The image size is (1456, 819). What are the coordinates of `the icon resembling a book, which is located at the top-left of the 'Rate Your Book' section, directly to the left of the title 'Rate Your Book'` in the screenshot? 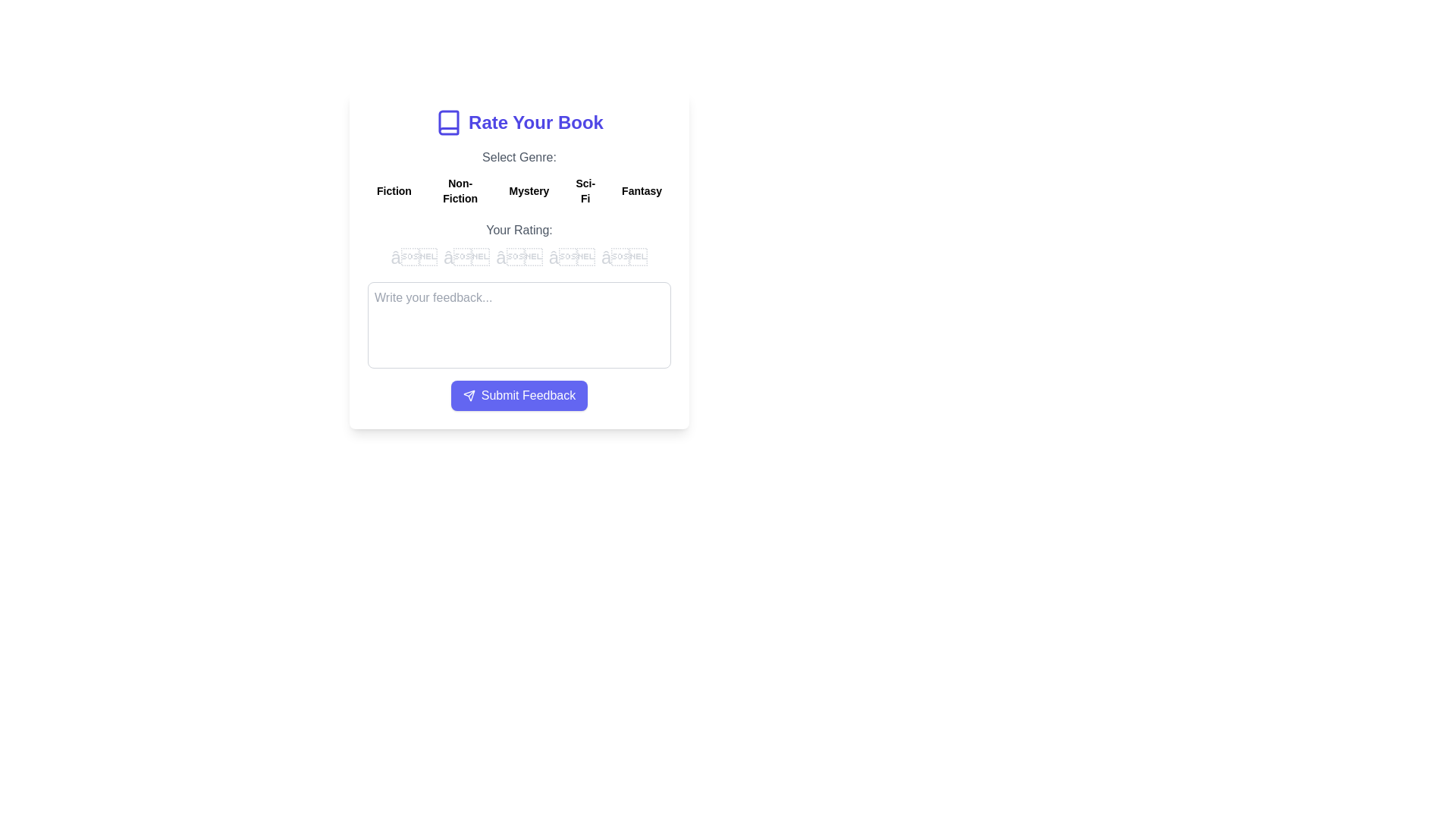 It's located at (448, 122).